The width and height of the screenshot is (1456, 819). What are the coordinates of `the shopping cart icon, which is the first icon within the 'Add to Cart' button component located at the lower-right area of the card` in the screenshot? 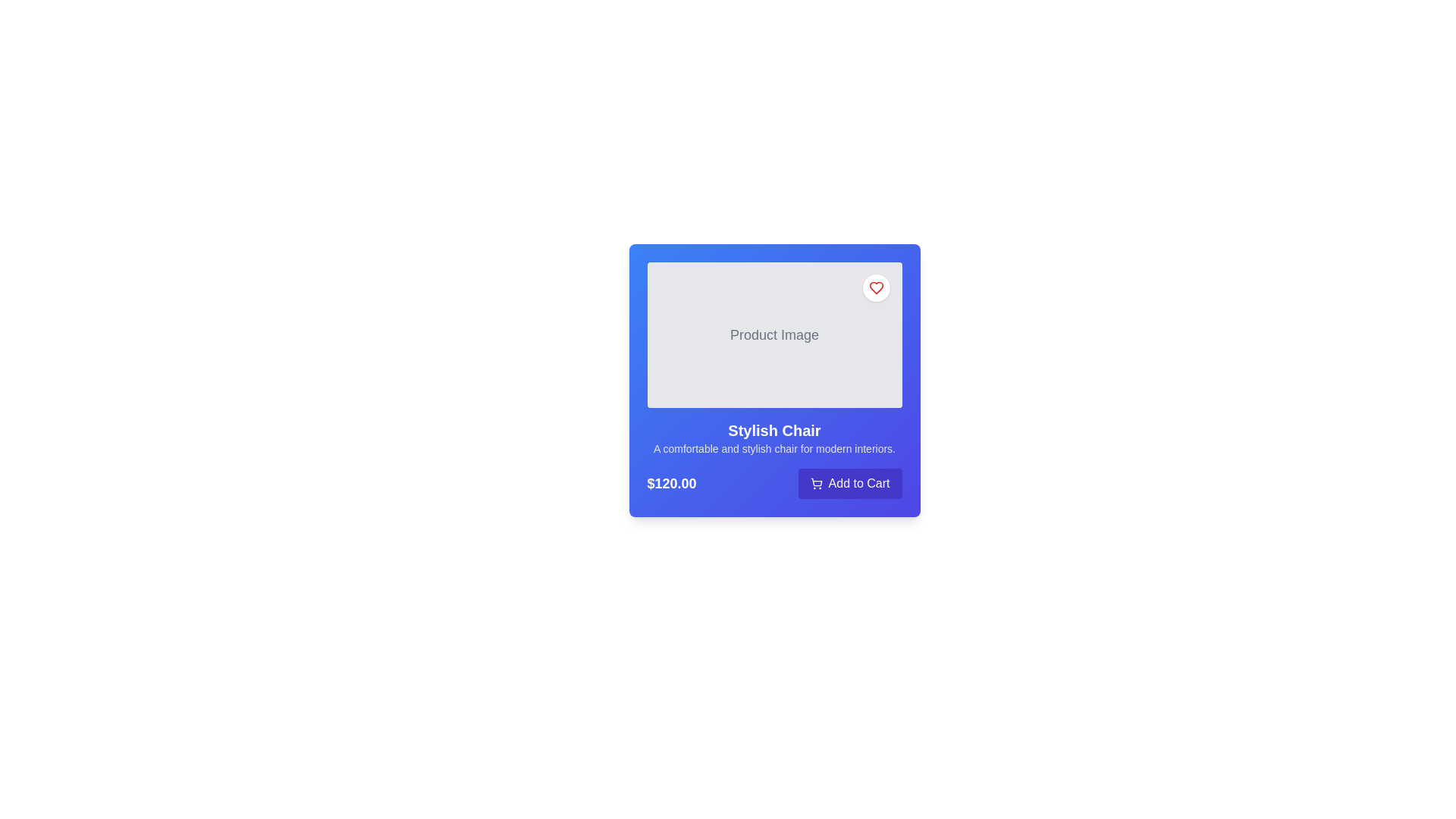 It's located at (815, 483).